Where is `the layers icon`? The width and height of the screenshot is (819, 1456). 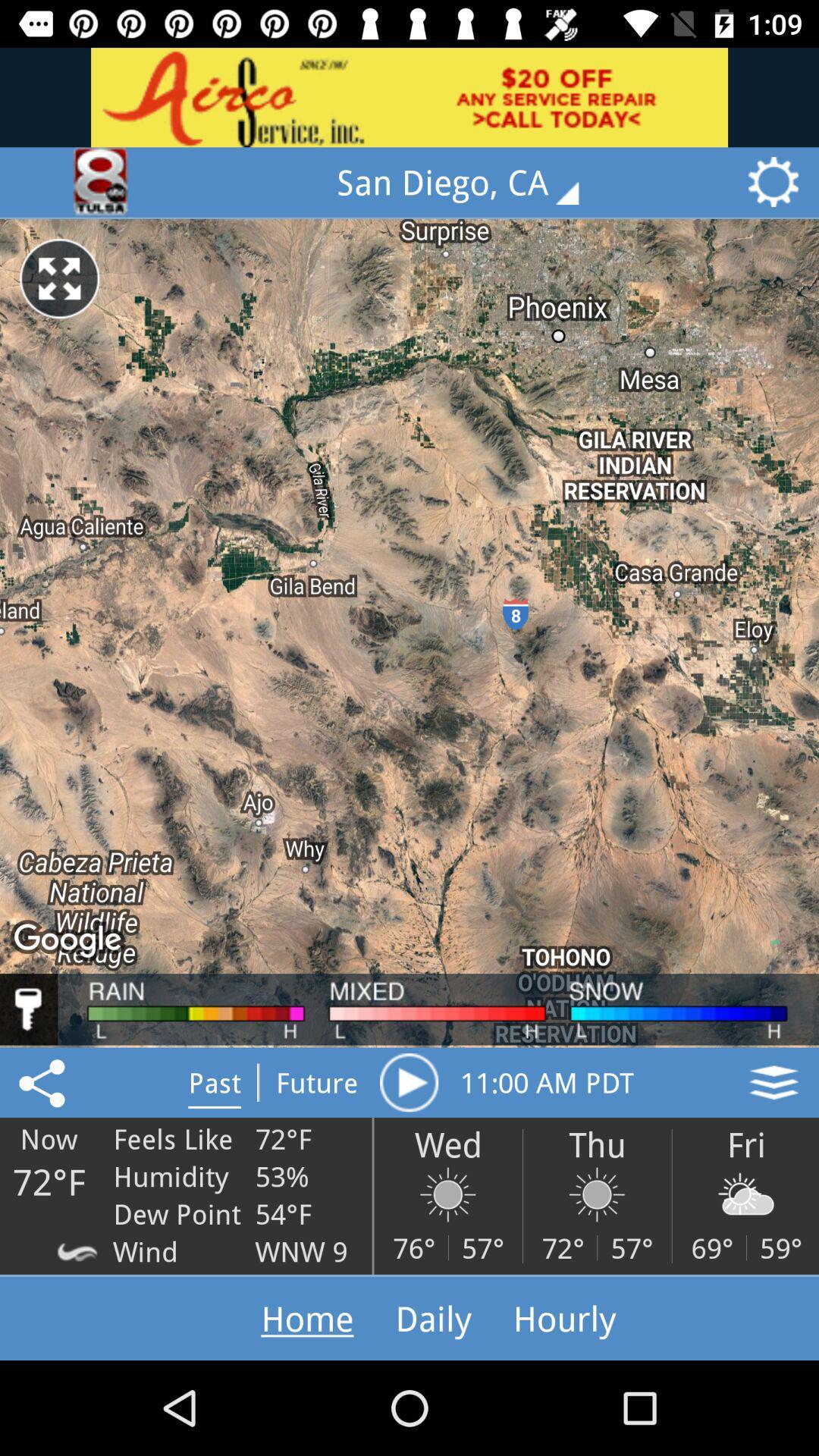
the layers icon is located at coordinates (773, 1081).